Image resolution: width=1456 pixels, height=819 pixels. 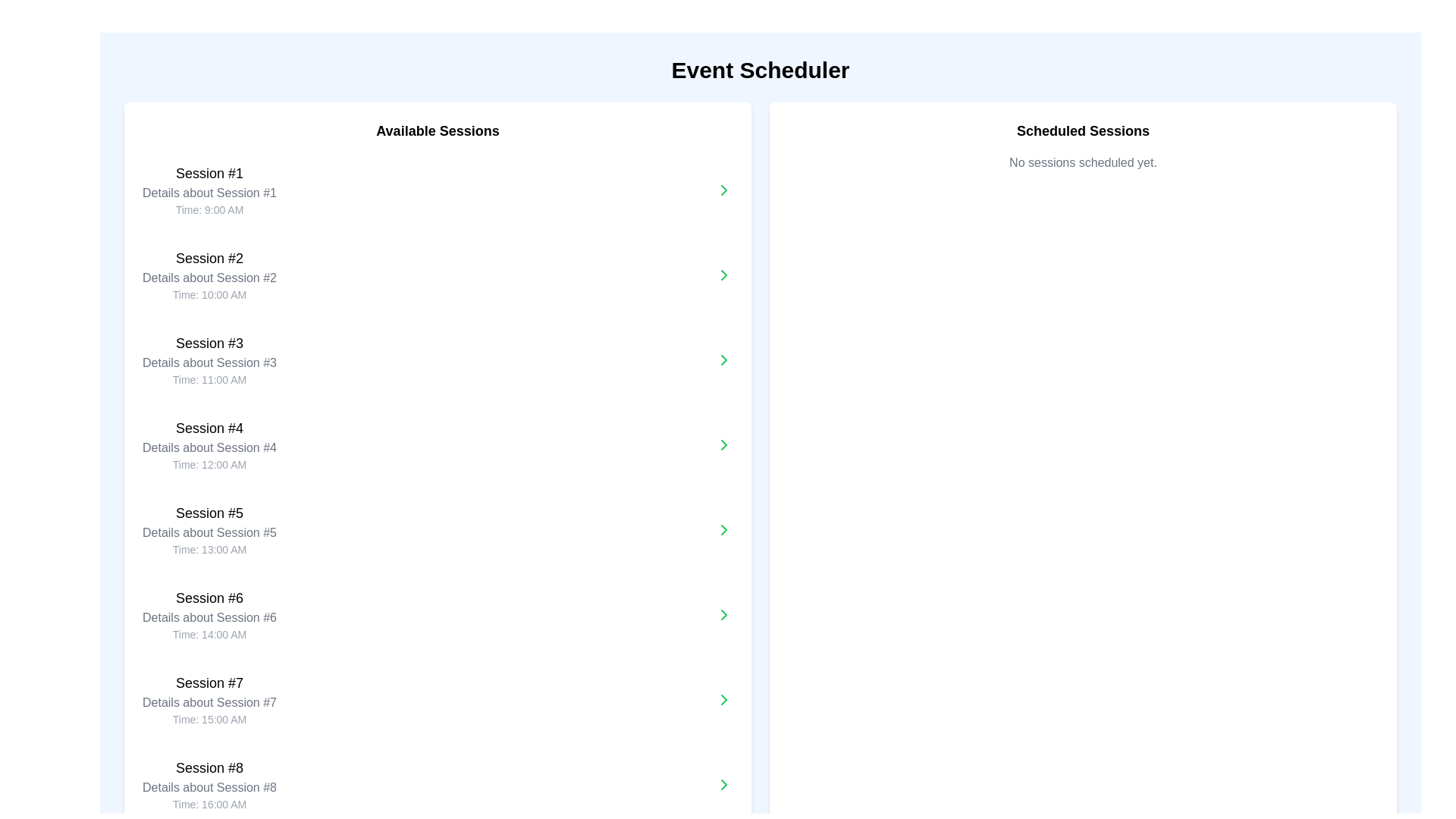 What do you see at coordinates (209, 278) in the screenshot?
I see `descriptive text element providing supplementary information about 'Session #2', which is located in the left panel titled 'Available Sessions', immediately below the 'Session #2' title` at bounding box center [209, 278].